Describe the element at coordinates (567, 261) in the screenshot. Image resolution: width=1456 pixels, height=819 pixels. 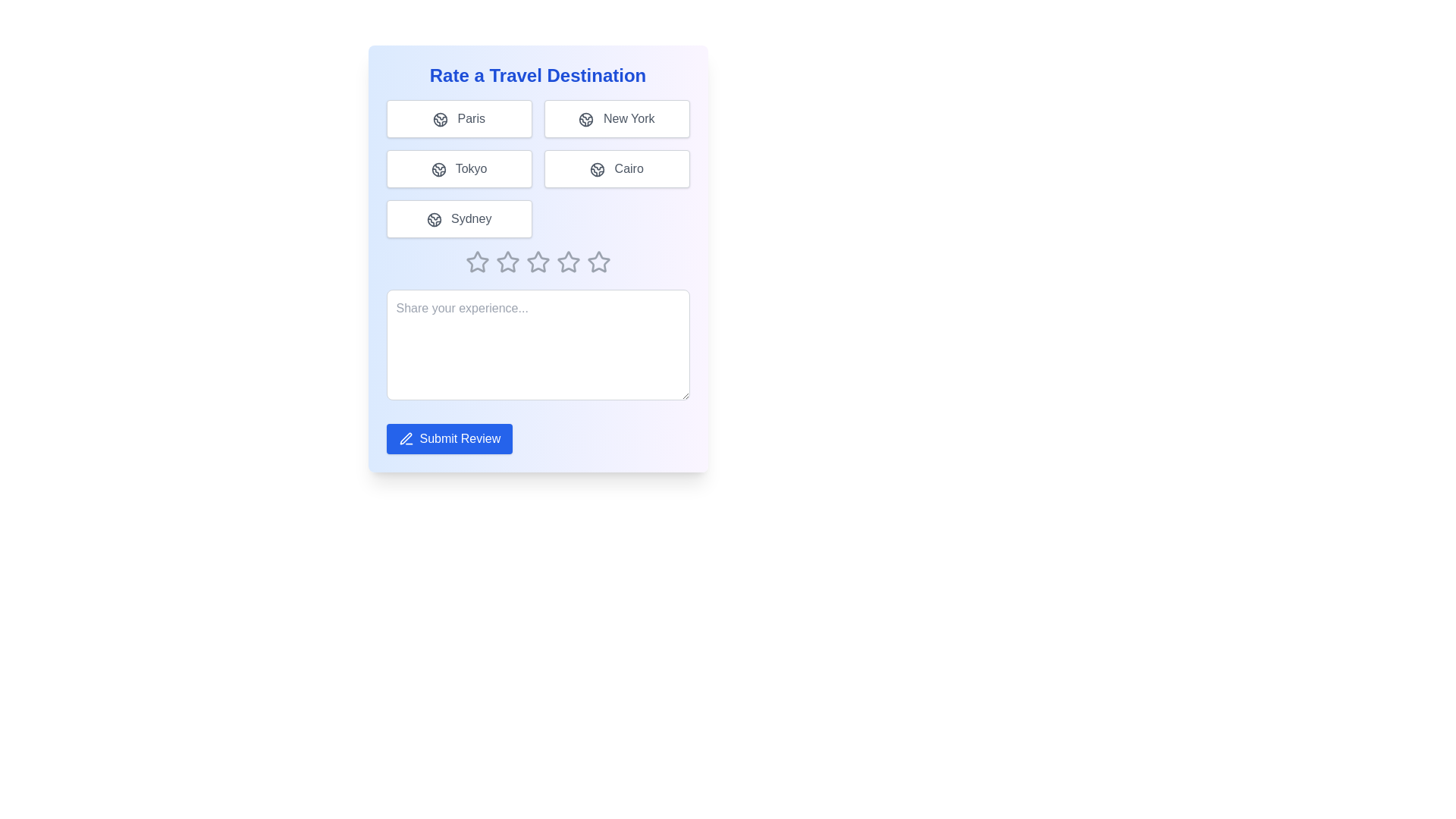
I see `the third star icon used for rating a travel destination` at that location.